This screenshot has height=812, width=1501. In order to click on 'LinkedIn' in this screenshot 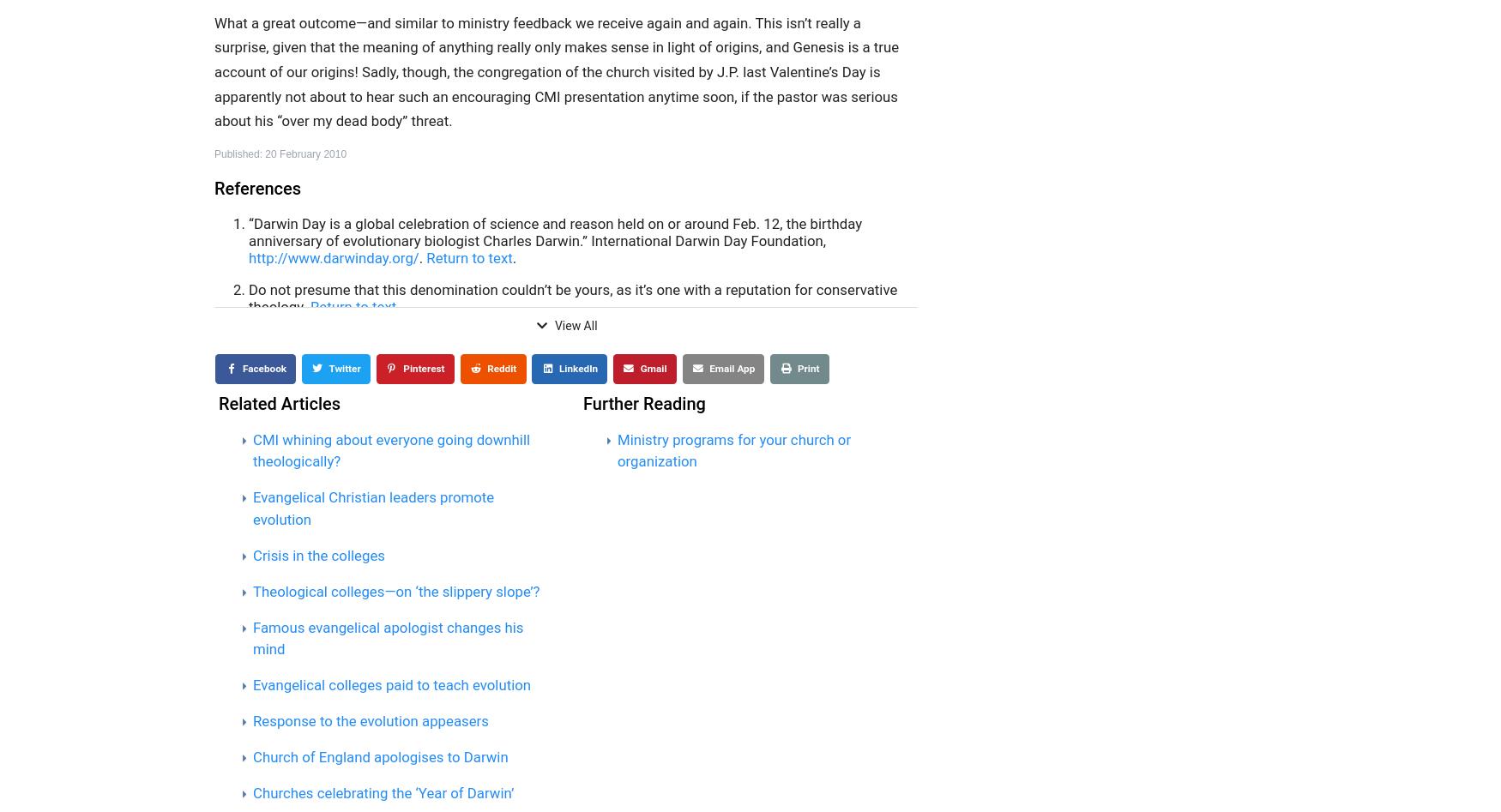, I will do `click(576, 369)`.